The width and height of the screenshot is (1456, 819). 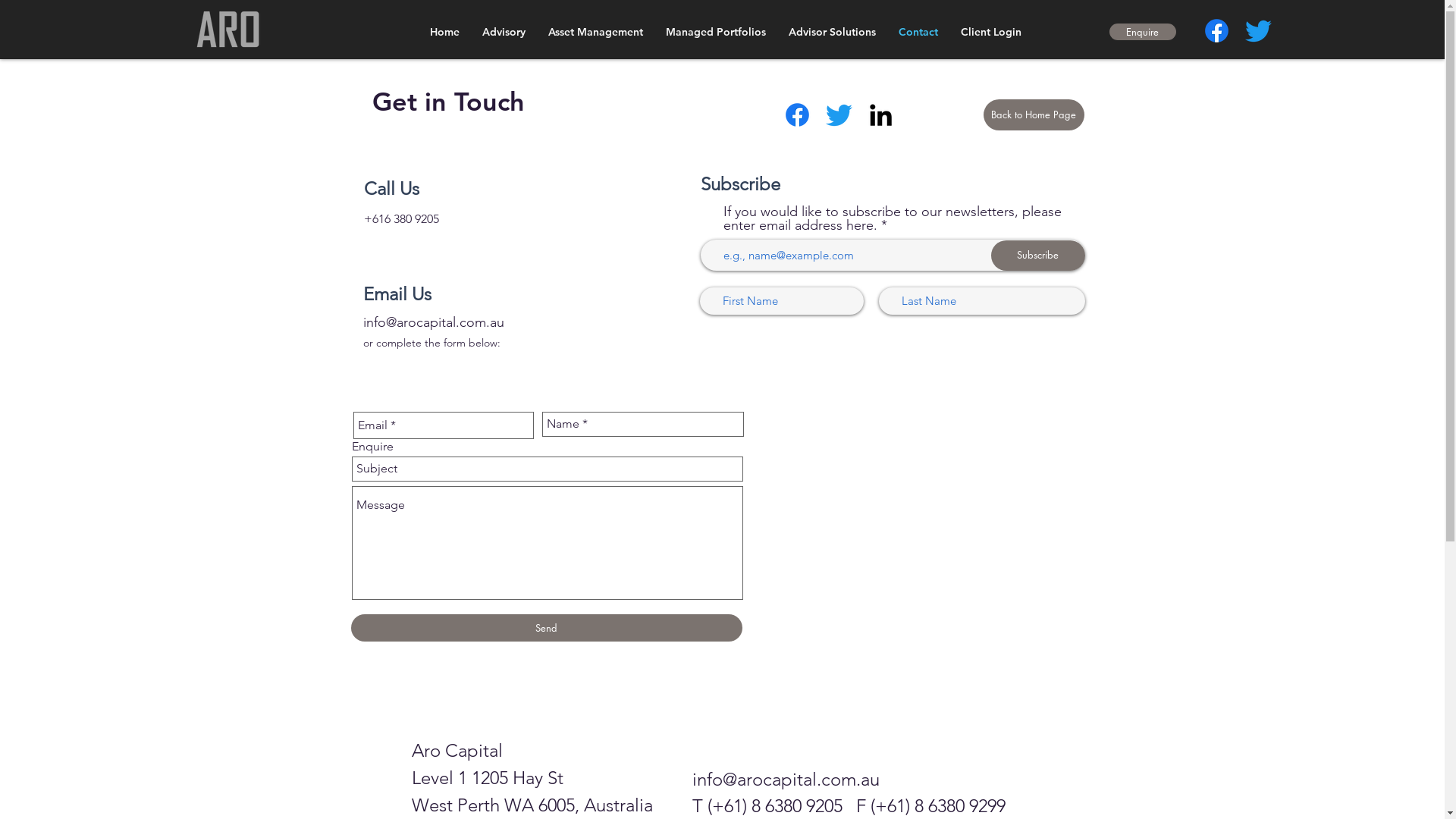 What do you see at coordinates (595, 32) in the screenshot?
I see `'Asset Management'` at bounding box center [595, 32].